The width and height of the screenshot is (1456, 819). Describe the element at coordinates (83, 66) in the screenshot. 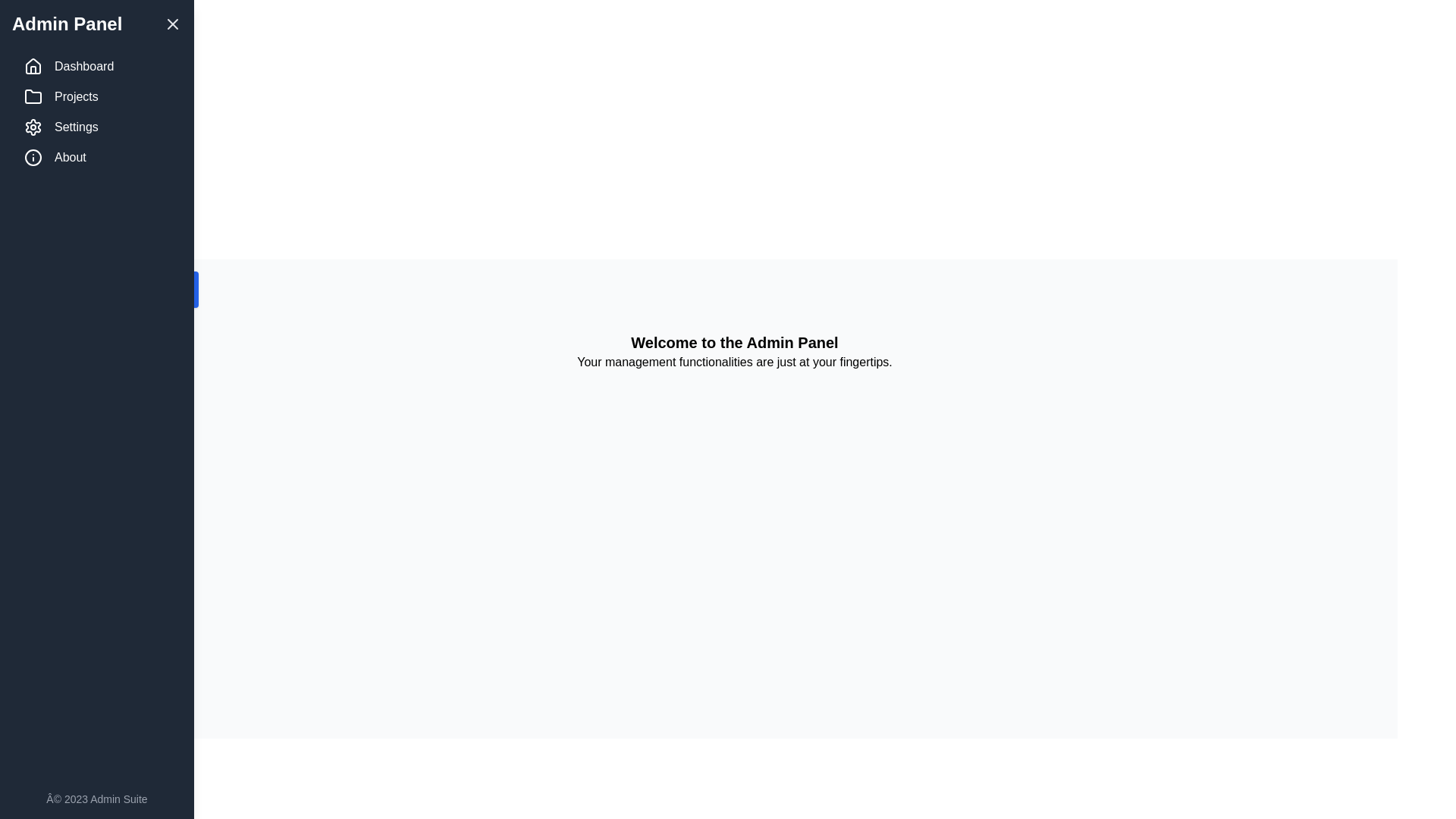

I see `the 'Dashboard' menu label located in the left sidebar under the 'Admin Panel' heading` at that location.